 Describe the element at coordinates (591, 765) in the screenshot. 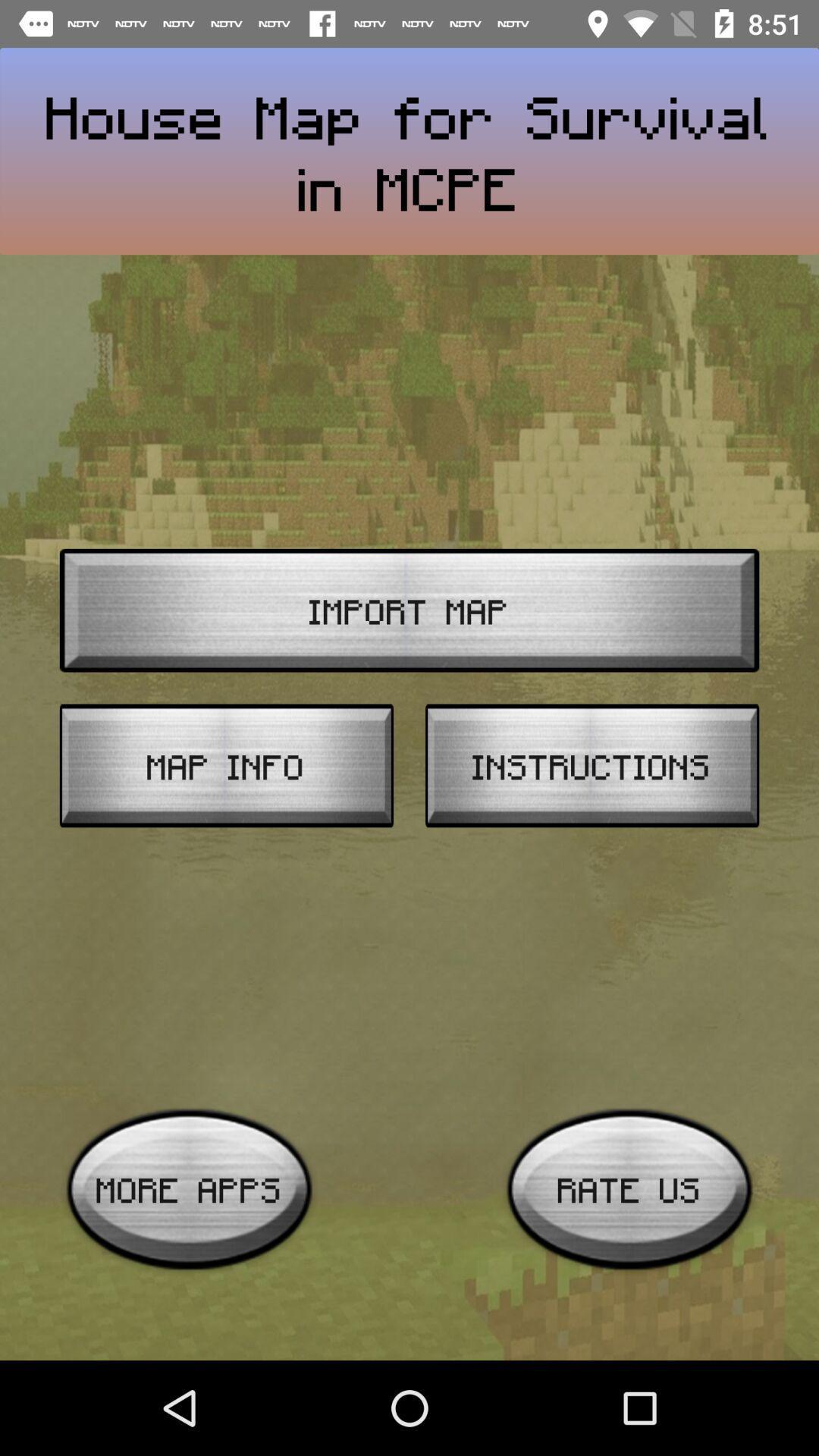

I see `the item above the rate us item` at that location.